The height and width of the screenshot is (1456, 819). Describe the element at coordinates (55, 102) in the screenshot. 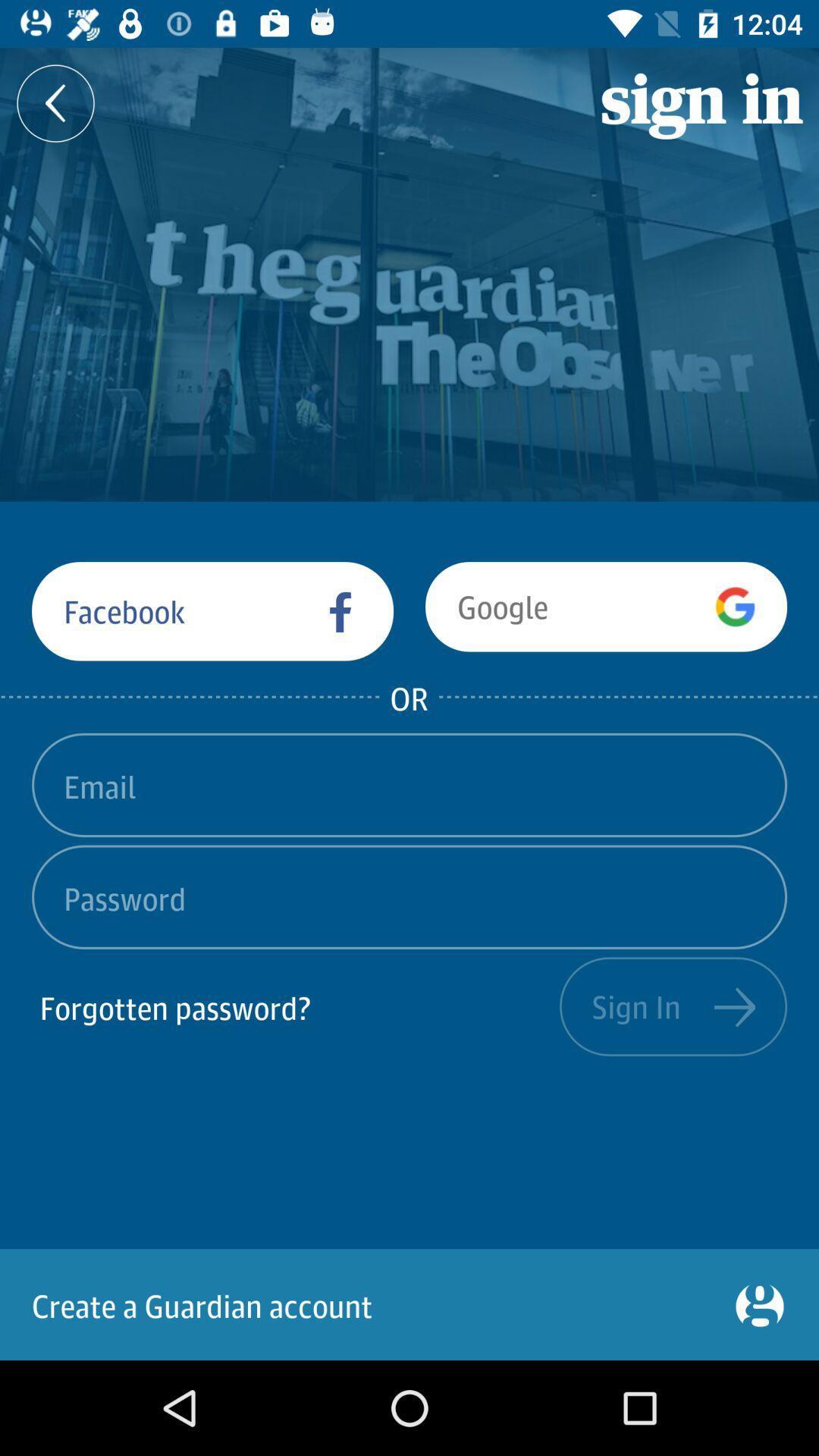

I see `go back` at that location.